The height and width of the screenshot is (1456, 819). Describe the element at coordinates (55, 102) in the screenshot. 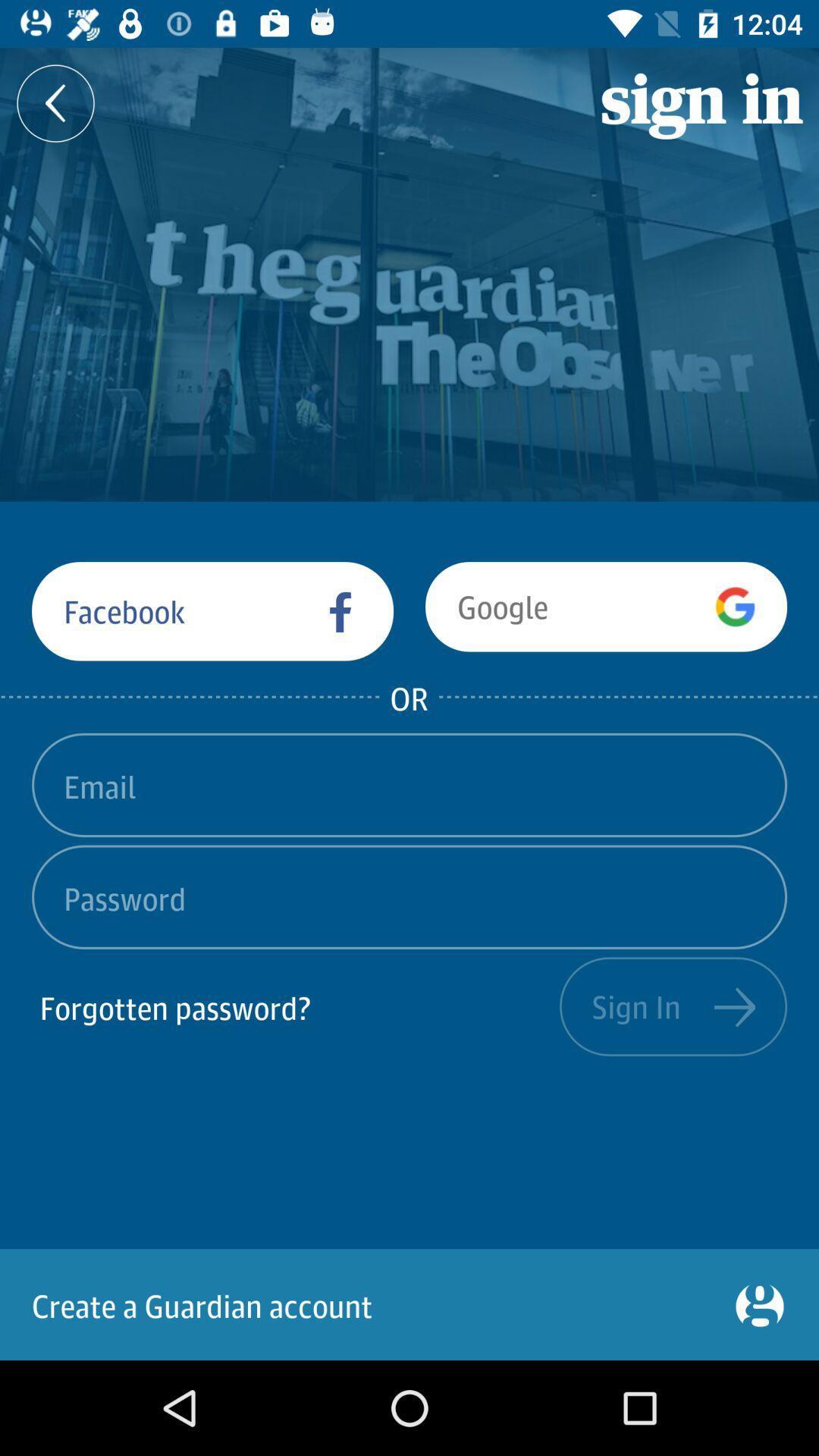

I see `go back` at that location.